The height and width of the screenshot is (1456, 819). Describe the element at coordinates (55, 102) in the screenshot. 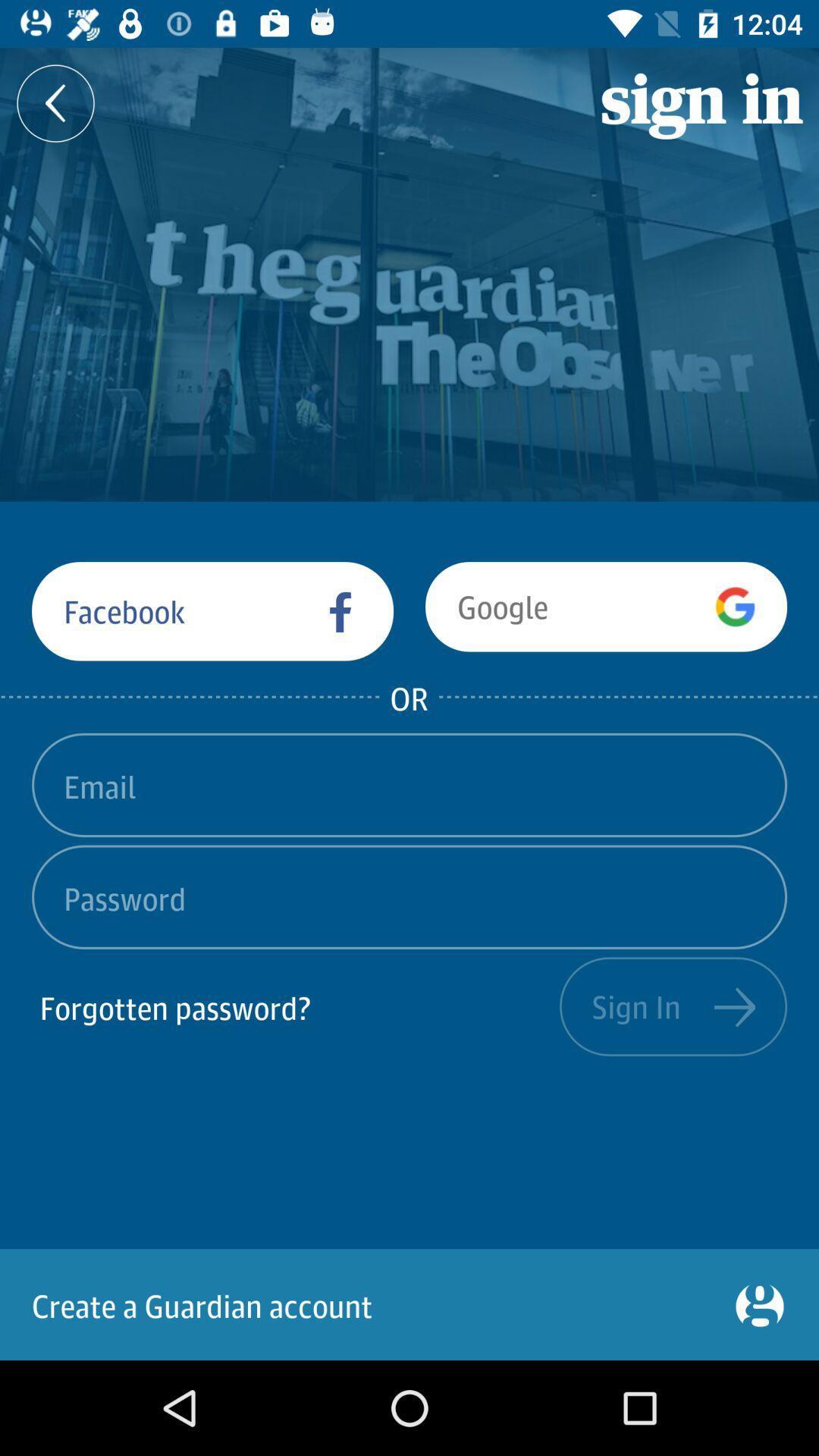

I see `go back` at that location.